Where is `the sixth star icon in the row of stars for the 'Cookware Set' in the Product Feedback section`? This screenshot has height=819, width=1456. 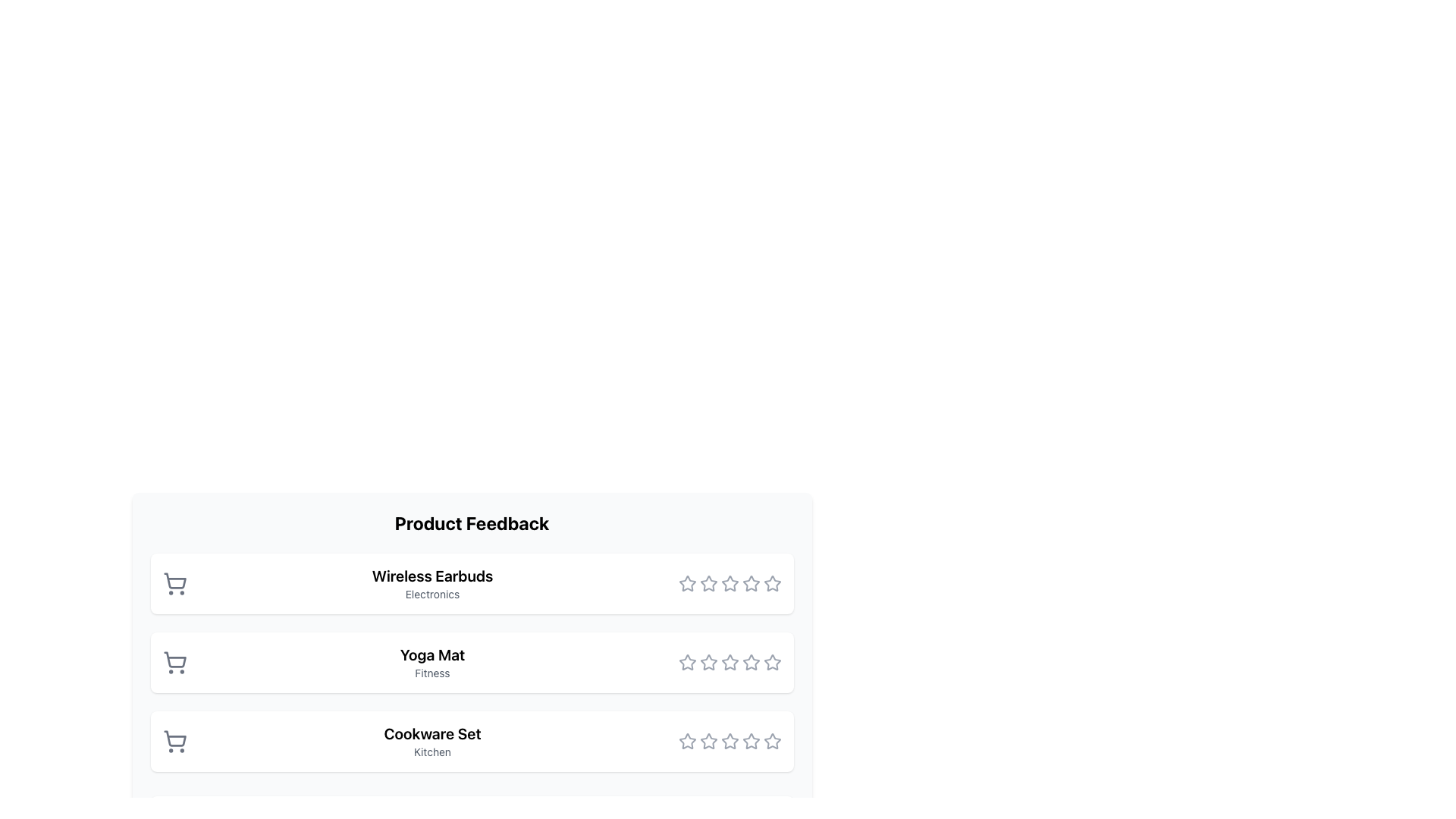
the sixth star icon in the row of stars for the 'Cookware Set' in the Product Feedback section is located at coordinates (751, 741).